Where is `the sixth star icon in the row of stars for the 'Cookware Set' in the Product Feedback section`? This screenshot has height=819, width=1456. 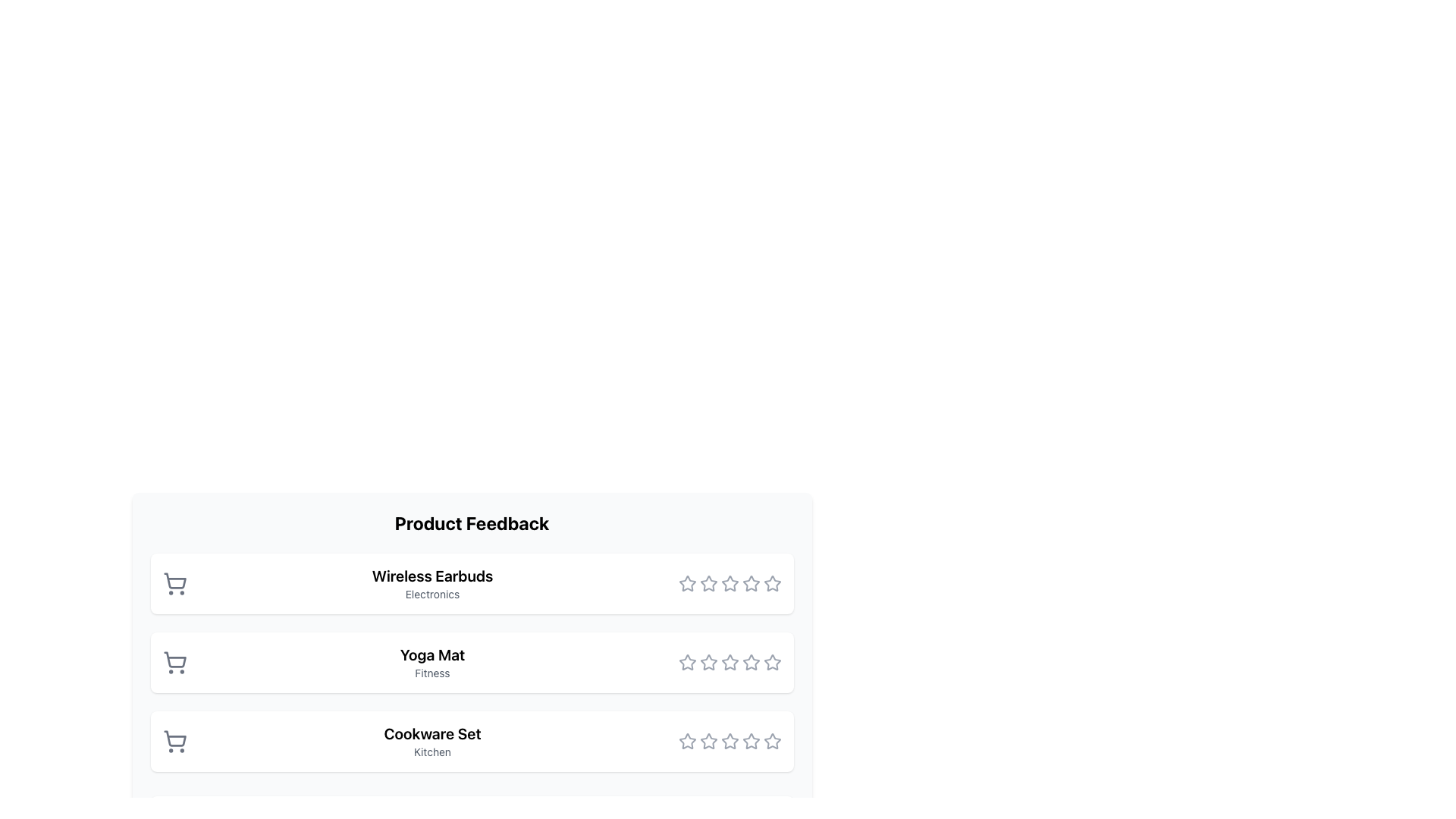
the sixth star icon in the row of stars for the 'Cookware Set' in the Product Feedback section is located at coordinates (751, 741).